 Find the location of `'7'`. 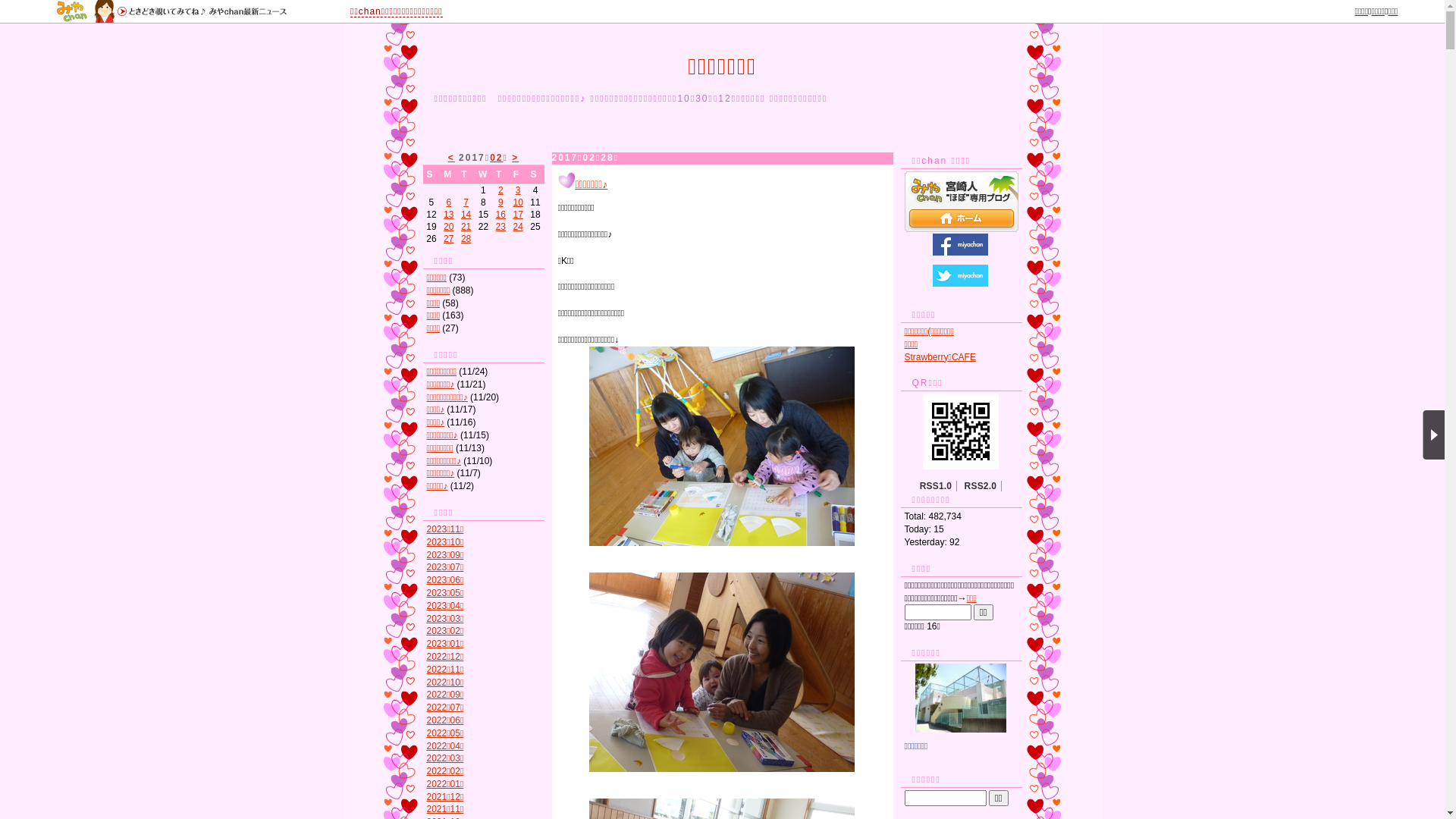

'7' is located at coordinates (465, 201).